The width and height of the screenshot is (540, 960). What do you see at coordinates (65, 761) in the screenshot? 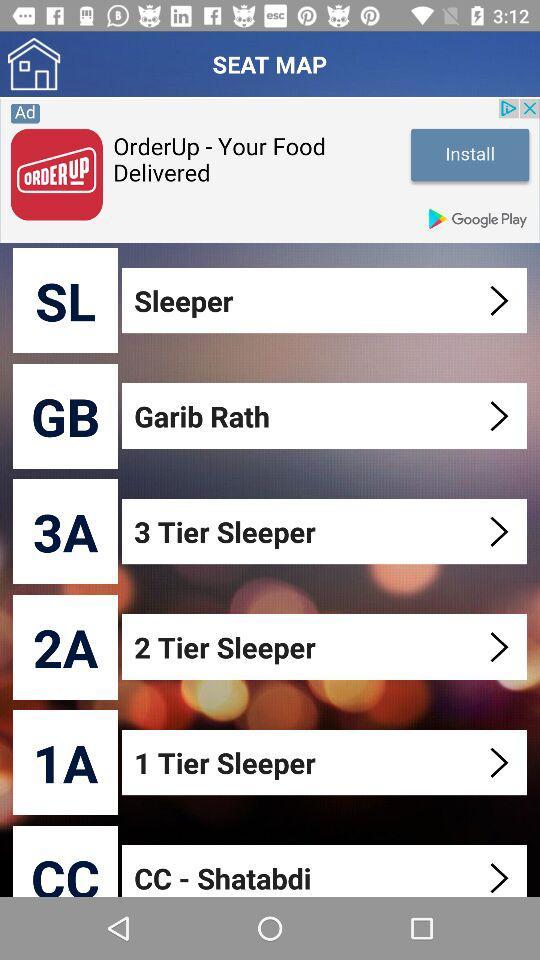
I see `the icon to the left of 1 tier sleeper item` at bounding box center [65, 761].